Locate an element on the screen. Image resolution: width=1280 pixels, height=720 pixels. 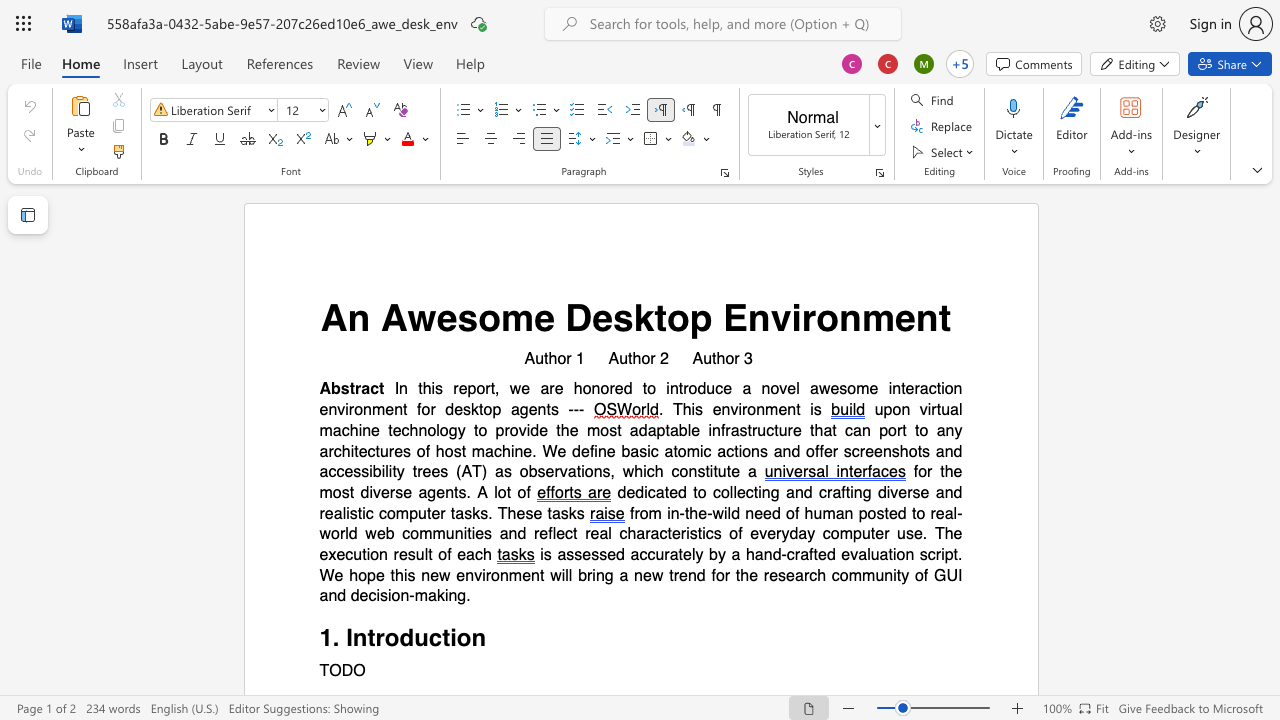
the 5th character "s" in the text is located at coordinates (602, 555).